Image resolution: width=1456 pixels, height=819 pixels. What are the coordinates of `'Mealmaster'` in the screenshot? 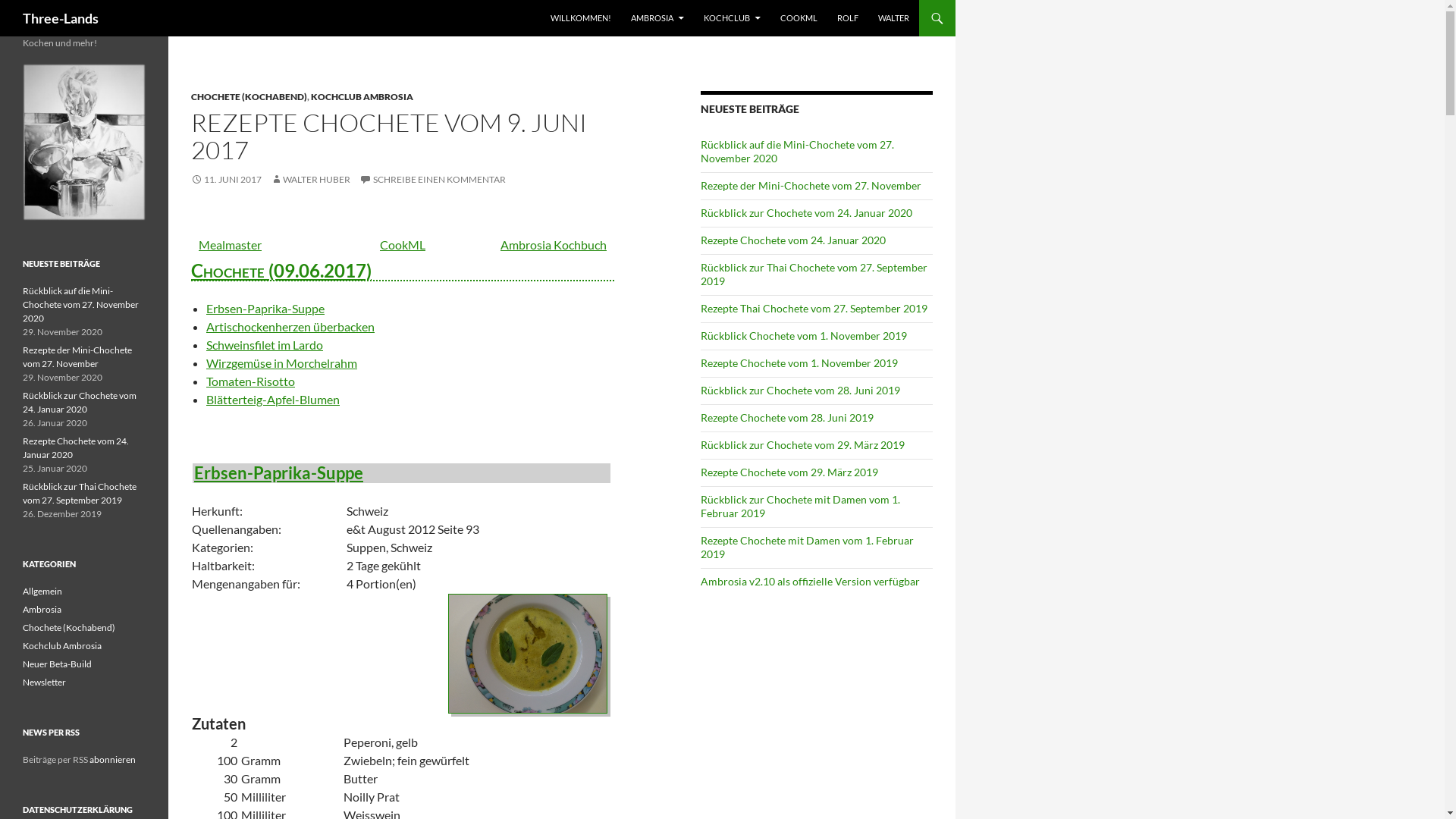 It's located at (229, 243).